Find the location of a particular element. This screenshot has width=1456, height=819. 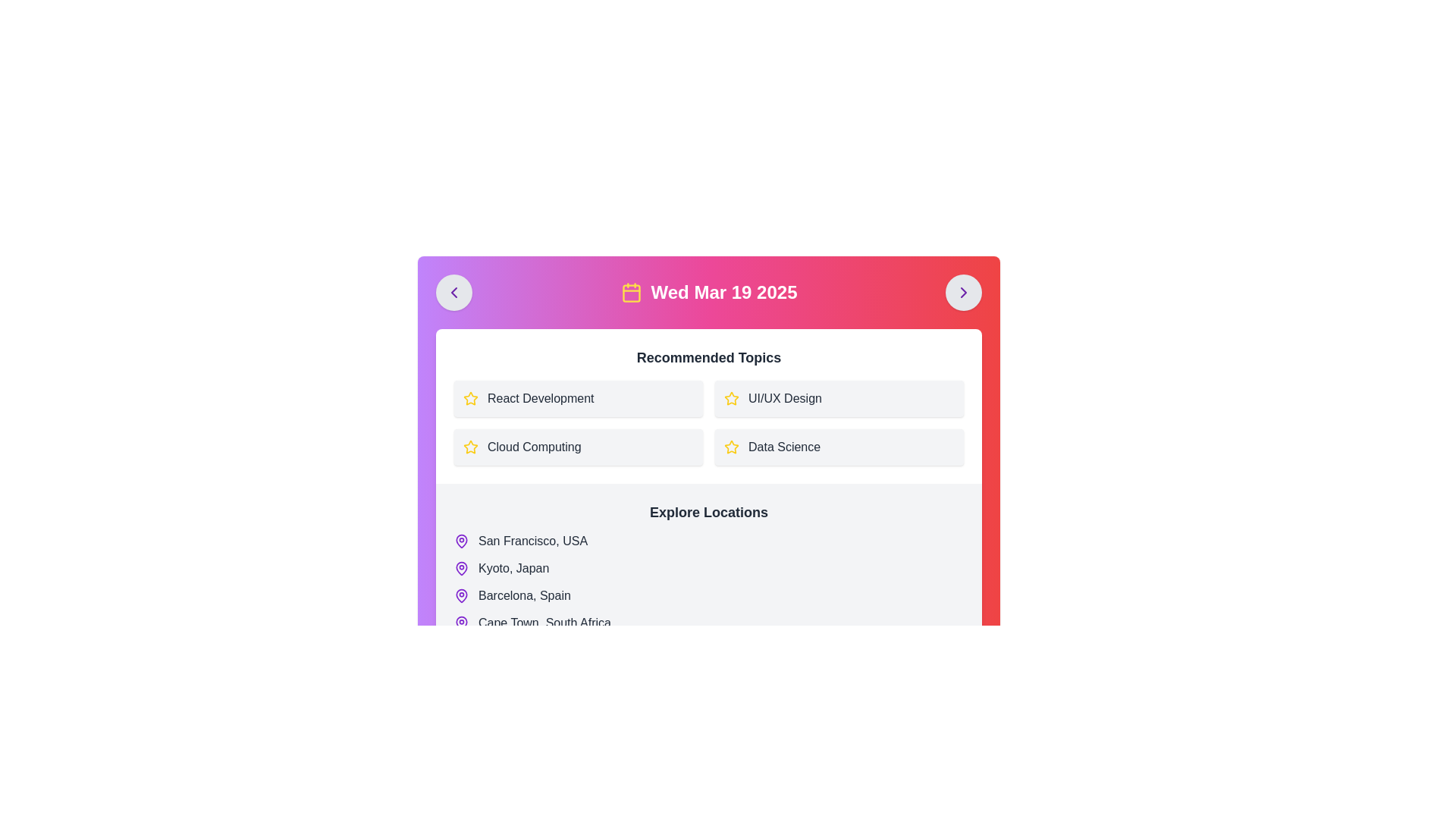

text label displaying 'Cape Town, South Africa' located in the 'Explore Locations' section, positioned next to a map pin icon is located at coordinates (544, 623).